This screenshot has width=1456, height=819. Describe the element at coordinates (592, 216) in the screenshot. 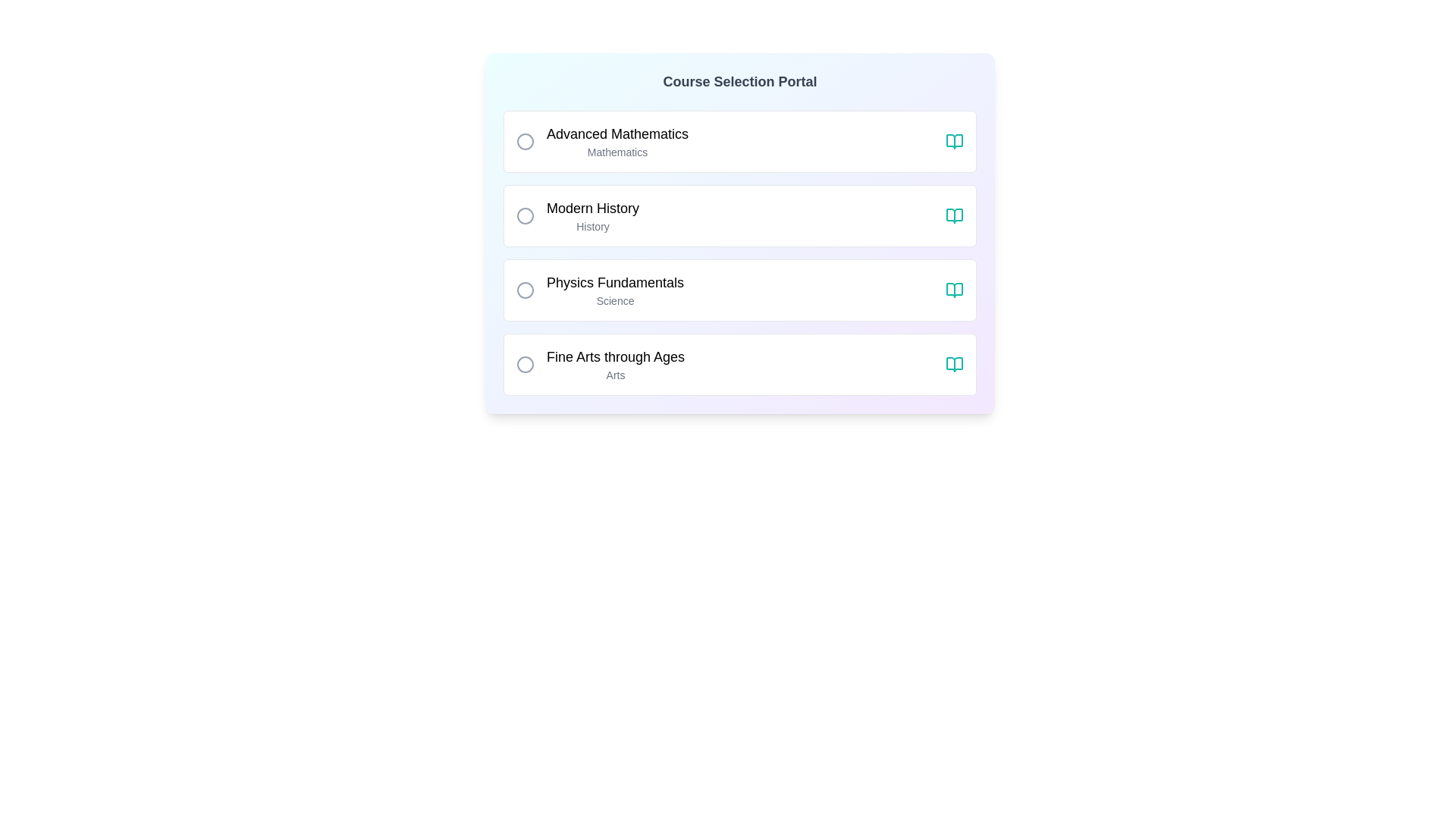

I see `multi-line text label that contains 'Modern History' in bold black font and 'History' in smaller gray font, located centrally above a descriptive icon and next to a selectable circular radio button` at that location.